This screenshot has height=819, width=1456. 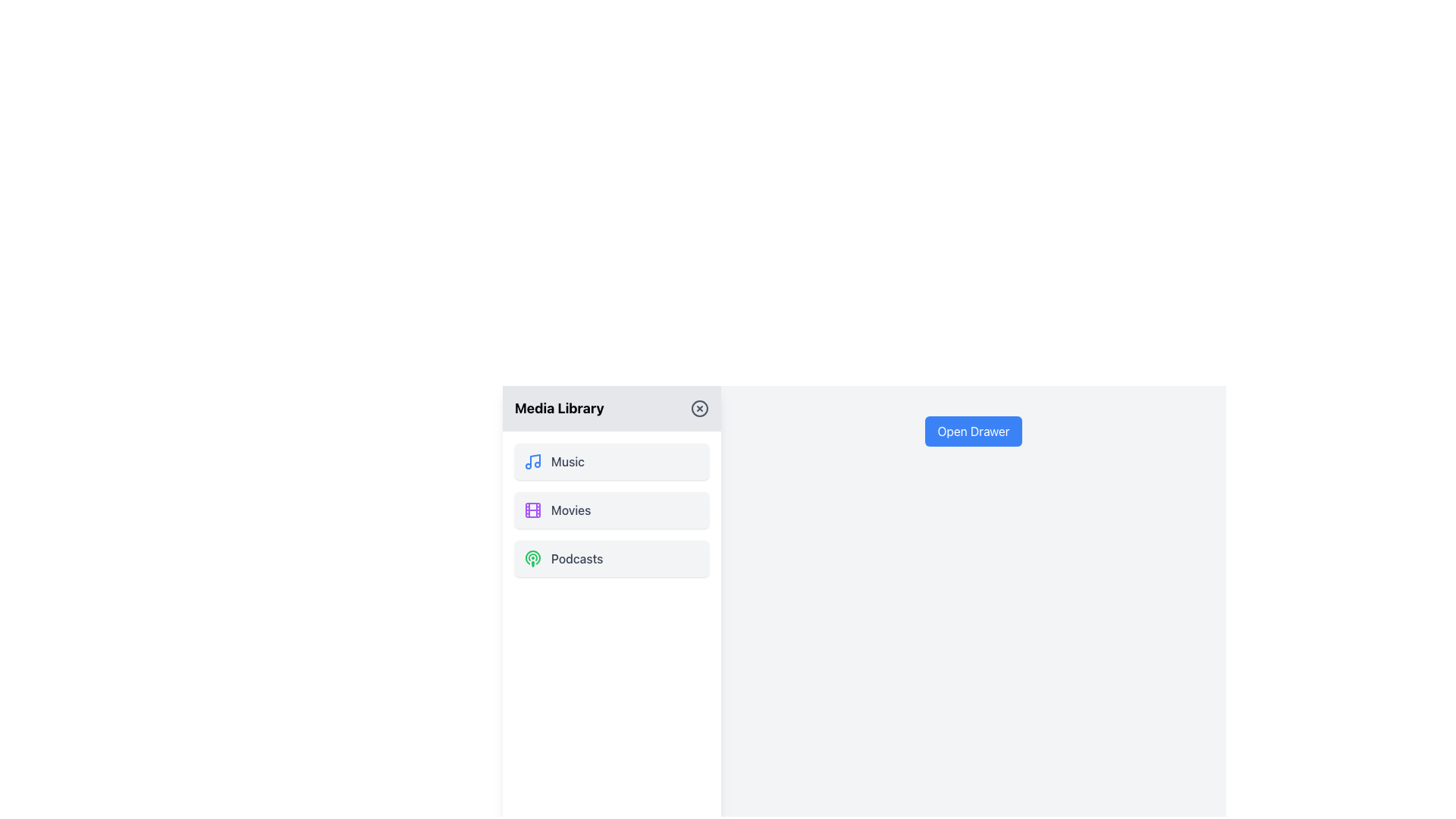 What do you see at coordinates (570, 510) in the screenshot?
I see `the 'Movies' text label, which is styled with a medium weight font in gray color, located in the left panel under 'Media Library', adjacent to 'Music' and 'Podcasts'` at bounding box center [570, 510].